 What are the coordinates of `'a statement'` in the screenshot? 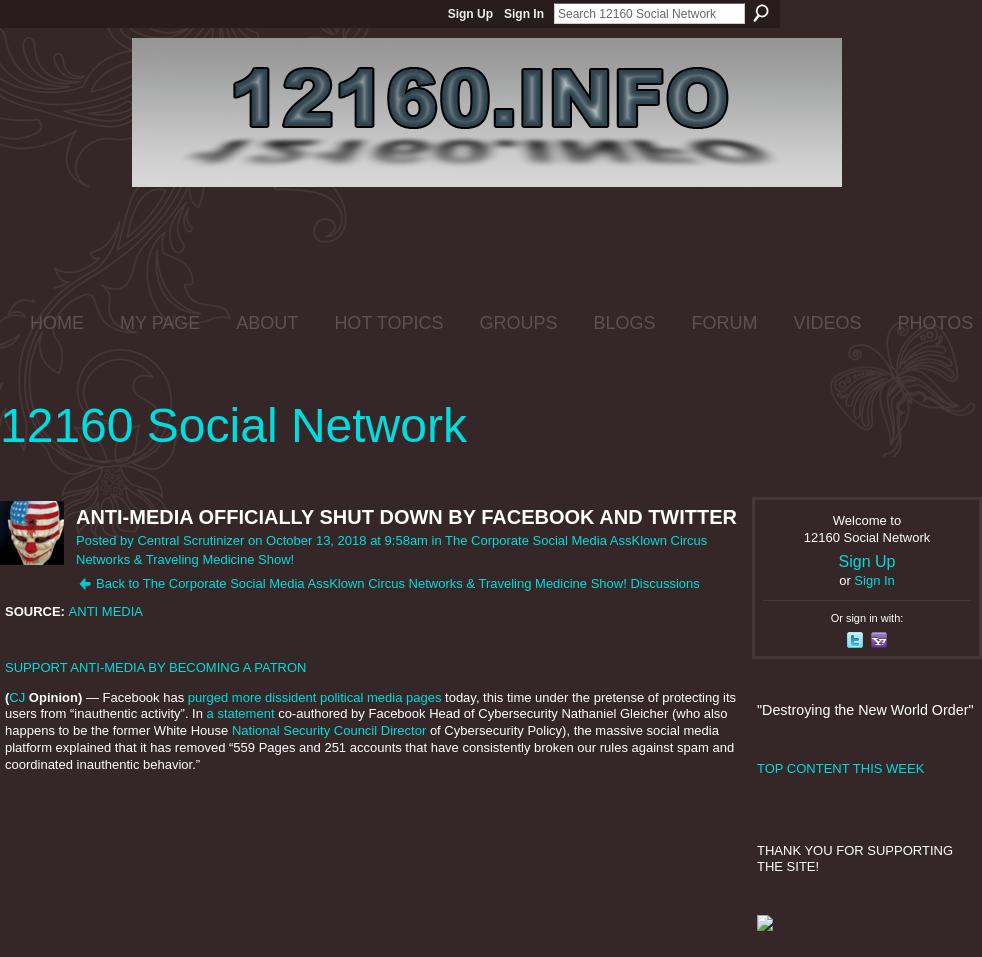 It's located at (239, 713).